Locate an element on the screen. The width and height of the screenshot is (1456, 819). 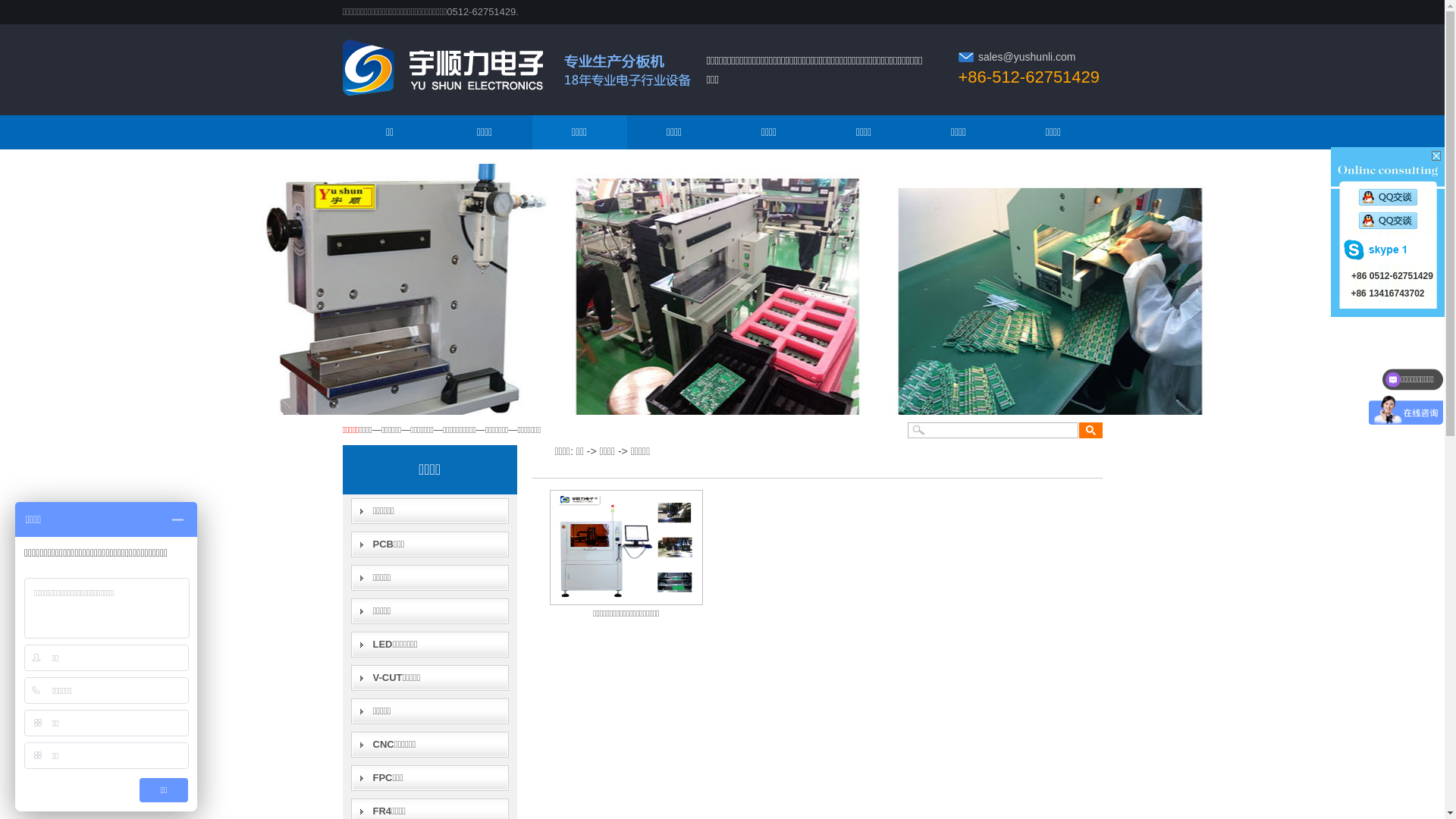
'sales@yushunli.com' is located at coordinates (978, 55).